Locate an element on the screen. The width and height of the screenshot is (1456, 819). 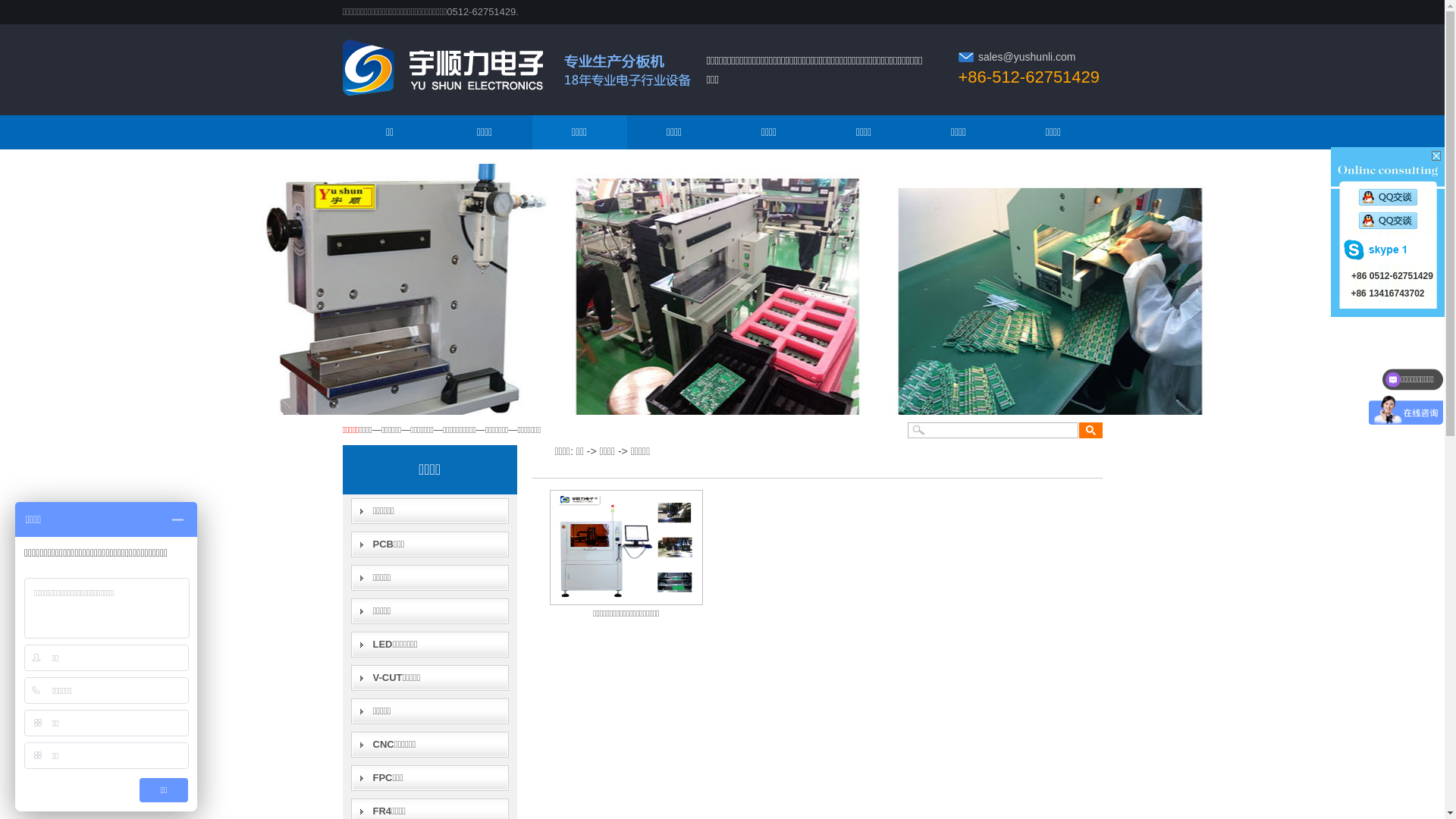
'sales@yushunli.com' is located at coordinates (978, 55).